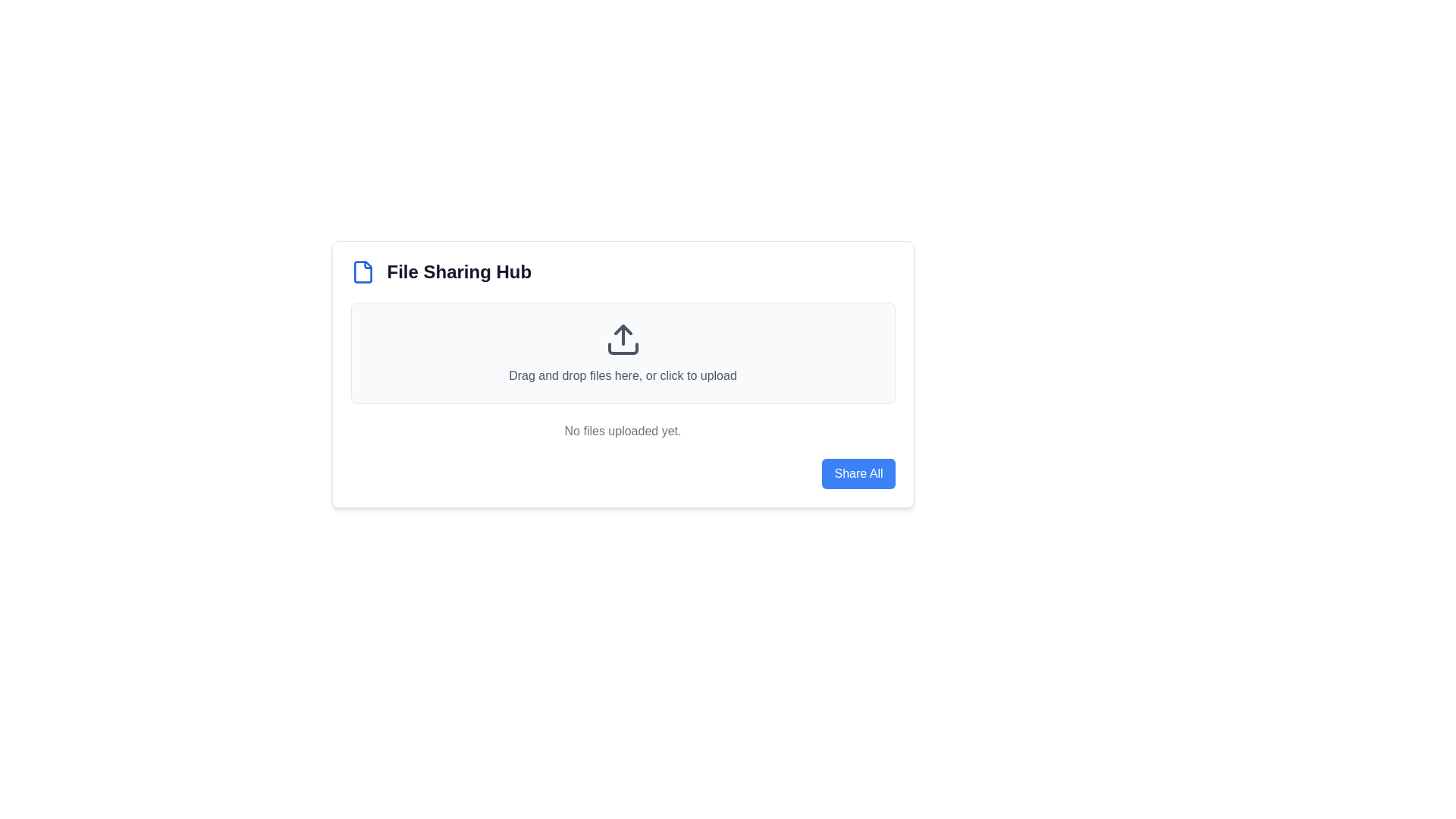 Image resolution: width=1456 pixels, height=819 pixels. What do you see at coordinates (362, 271) in the screenshot?
I see `the file document icon located in the top left of the card header, which has a rectangular outline and a folded corner at the top right` at bounding box center [362, 271].